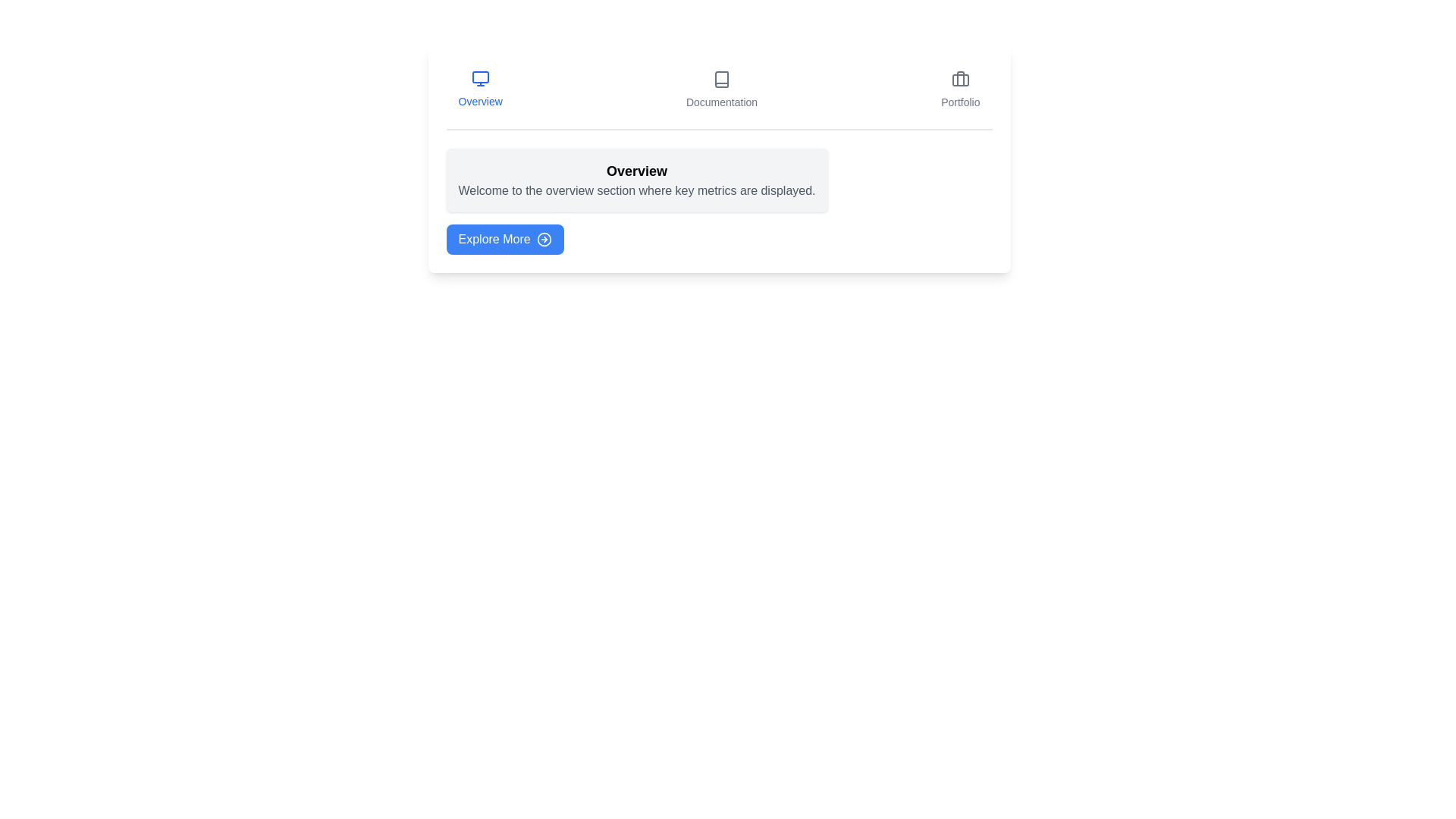 This screenshot has height=819, width=1456. What do you see at coordinates (959, 90) in the screenshot?
I see `the tab labeled Portfolio to preview its interactive effect` at bounding box center [959, 90].